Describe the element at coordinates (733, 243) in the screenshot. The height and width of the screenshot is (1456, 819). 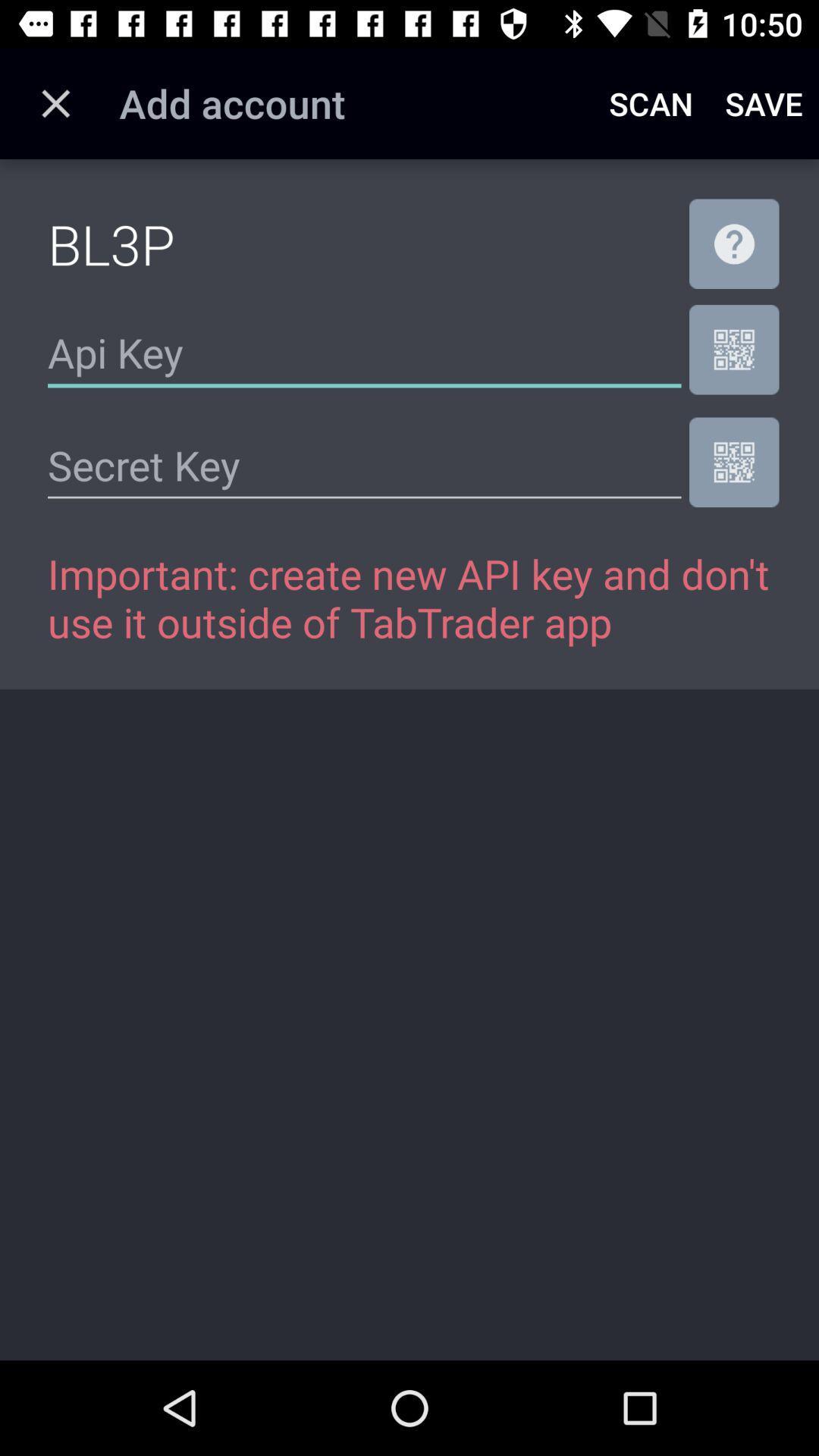
I see `the icon below the scan icon` at that location.